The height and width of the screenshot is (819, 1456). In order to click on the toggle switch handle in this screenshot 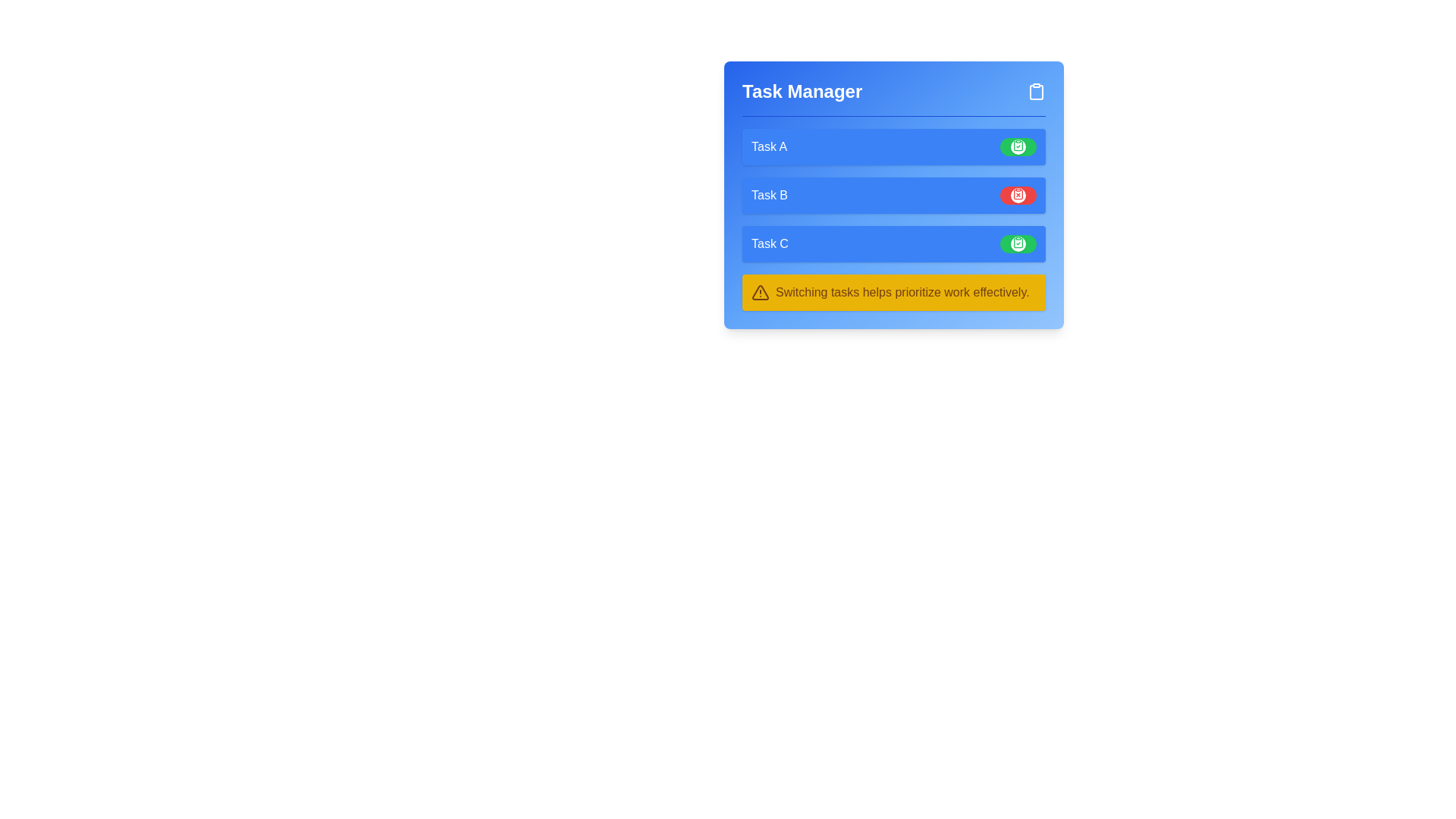, I will do `click(1018, 146)`.